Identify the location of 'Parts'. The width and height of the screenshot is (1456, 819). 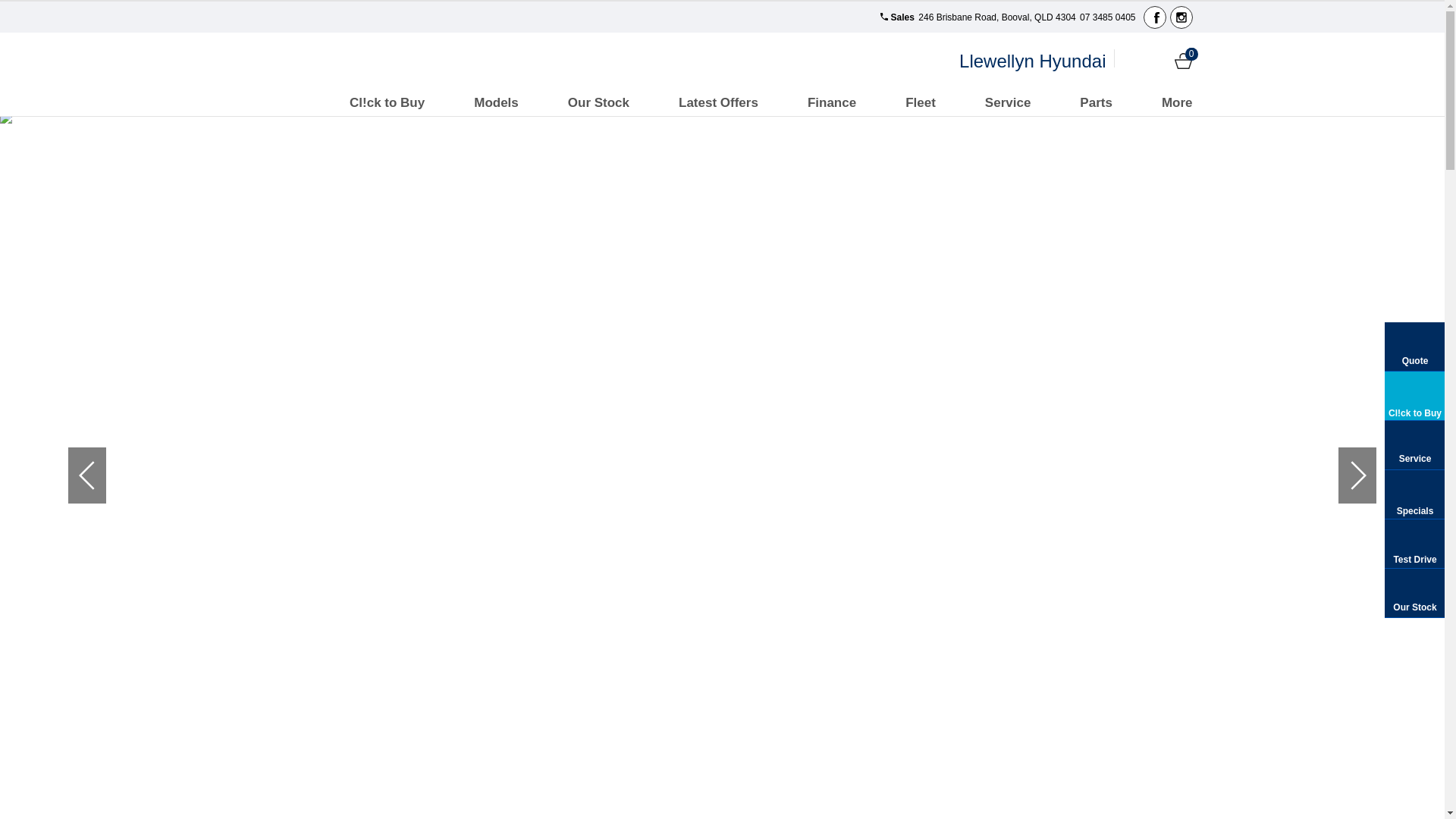
(1096, 102).